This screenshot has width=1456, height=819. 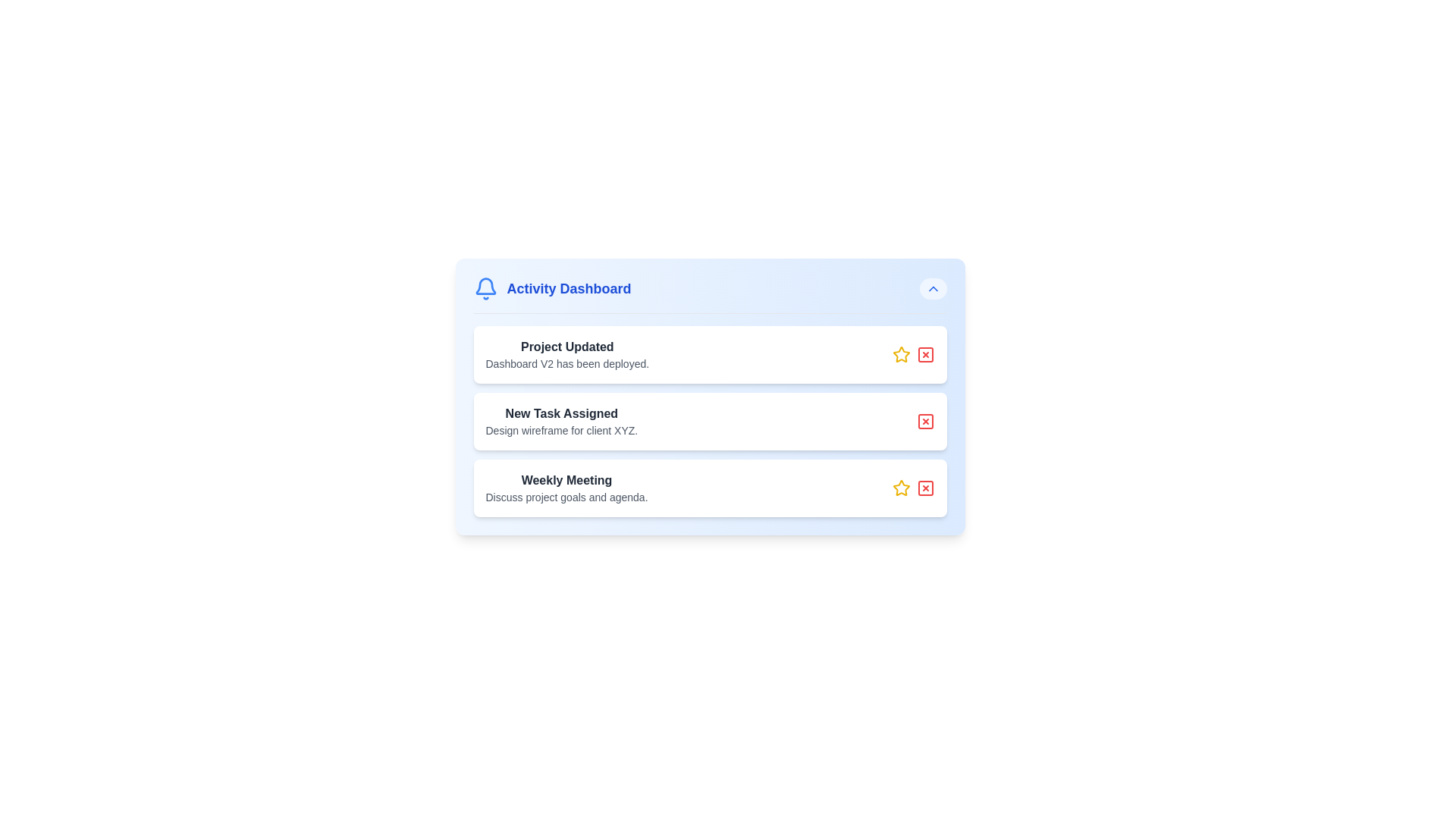 I want to click on the 'New Task Assigned' text label, so click(x=560, y=414).